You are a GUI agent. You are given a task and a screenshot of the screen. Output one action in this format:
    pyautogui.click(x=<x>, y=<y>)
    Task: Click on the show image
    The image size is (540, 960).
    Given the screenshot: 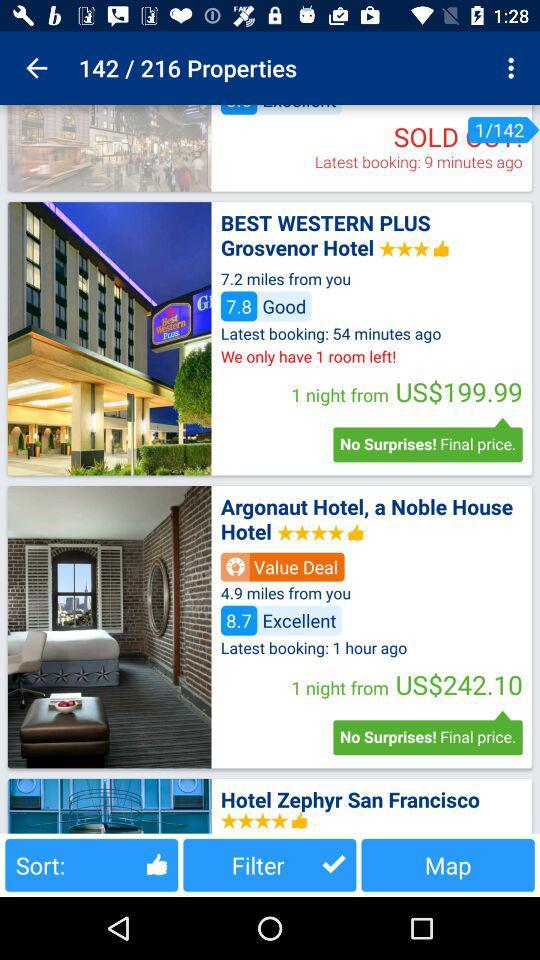 What is the action you would take?
    pyautogui.click(x=109, y=147)
    